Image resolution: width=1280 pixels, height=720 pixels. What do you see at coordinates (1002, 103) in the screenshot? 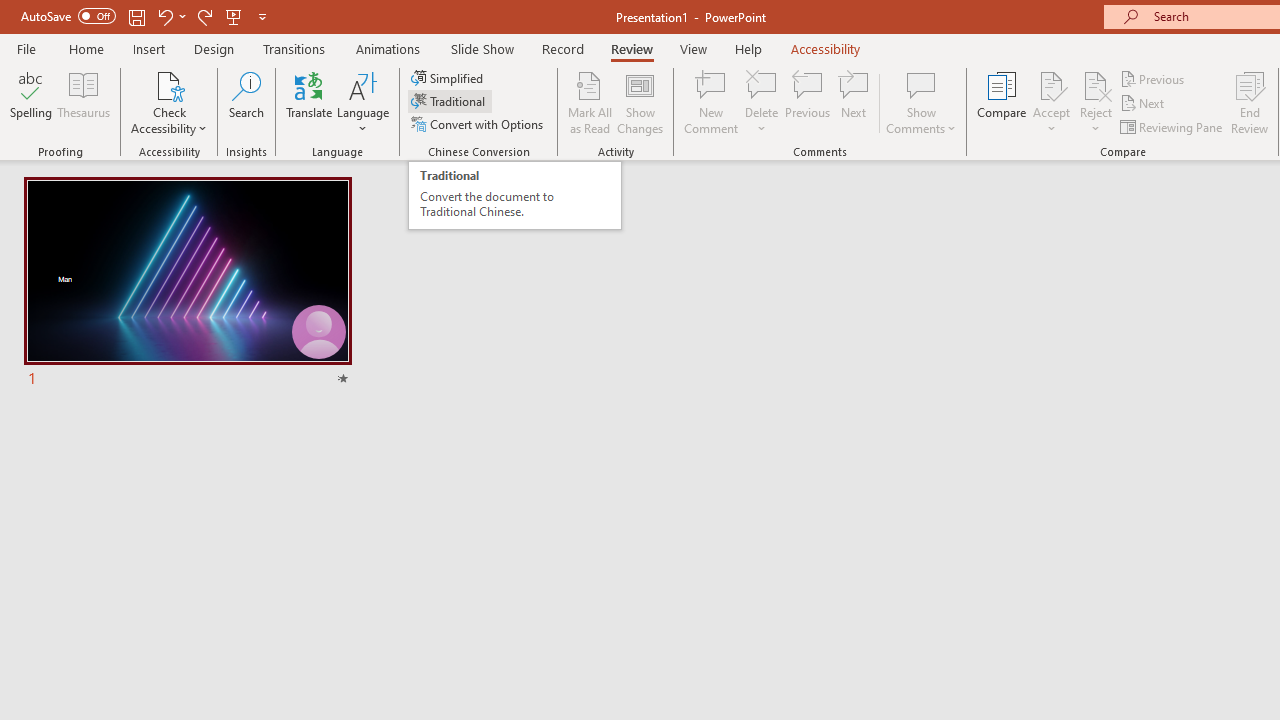
I see `'Compare'` at bounding box center [1002, 103].